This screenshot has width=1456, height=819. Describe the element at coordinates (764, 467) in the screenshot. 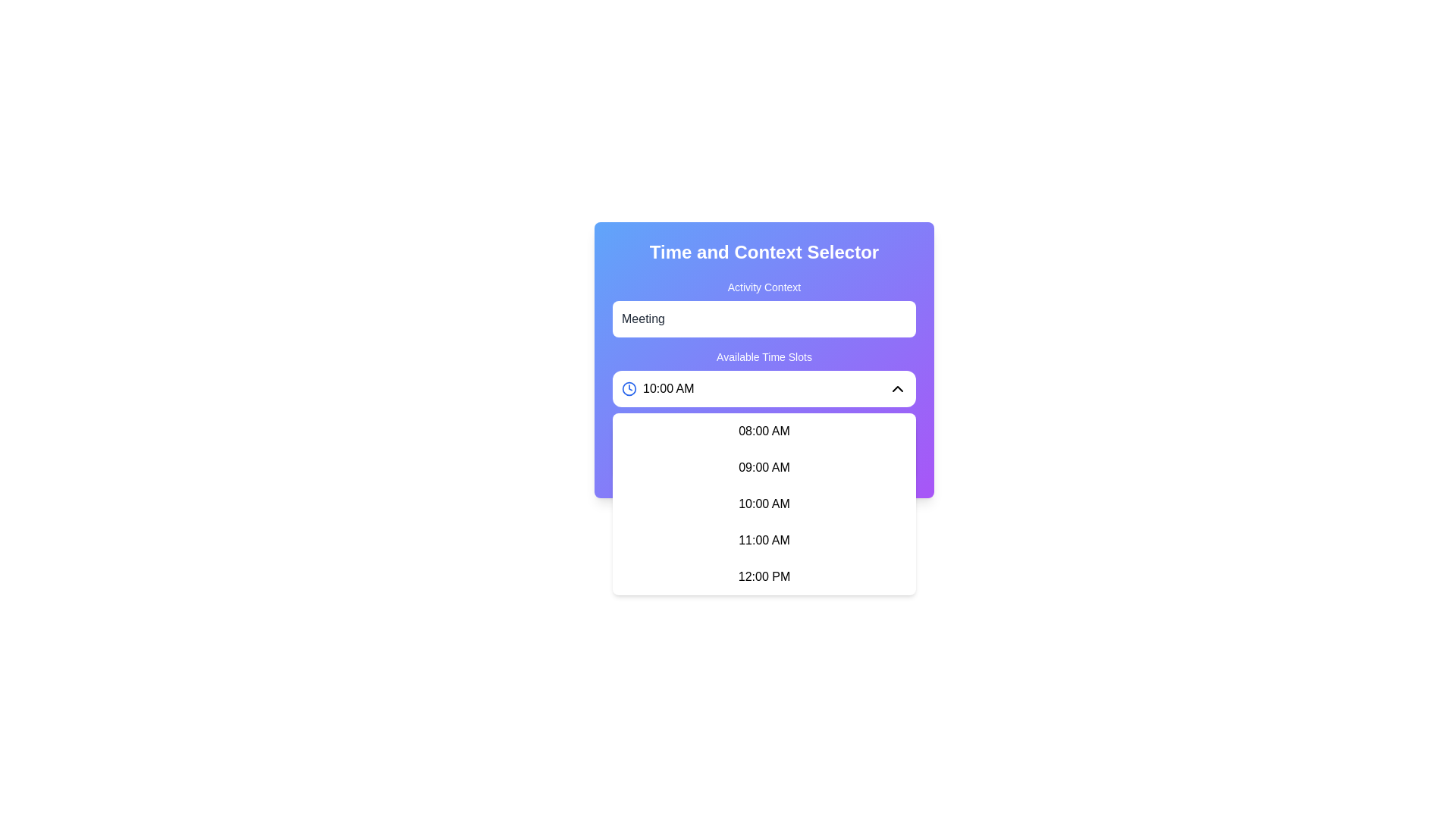

I see `the text label displaying '09:00 AM'` at that location.